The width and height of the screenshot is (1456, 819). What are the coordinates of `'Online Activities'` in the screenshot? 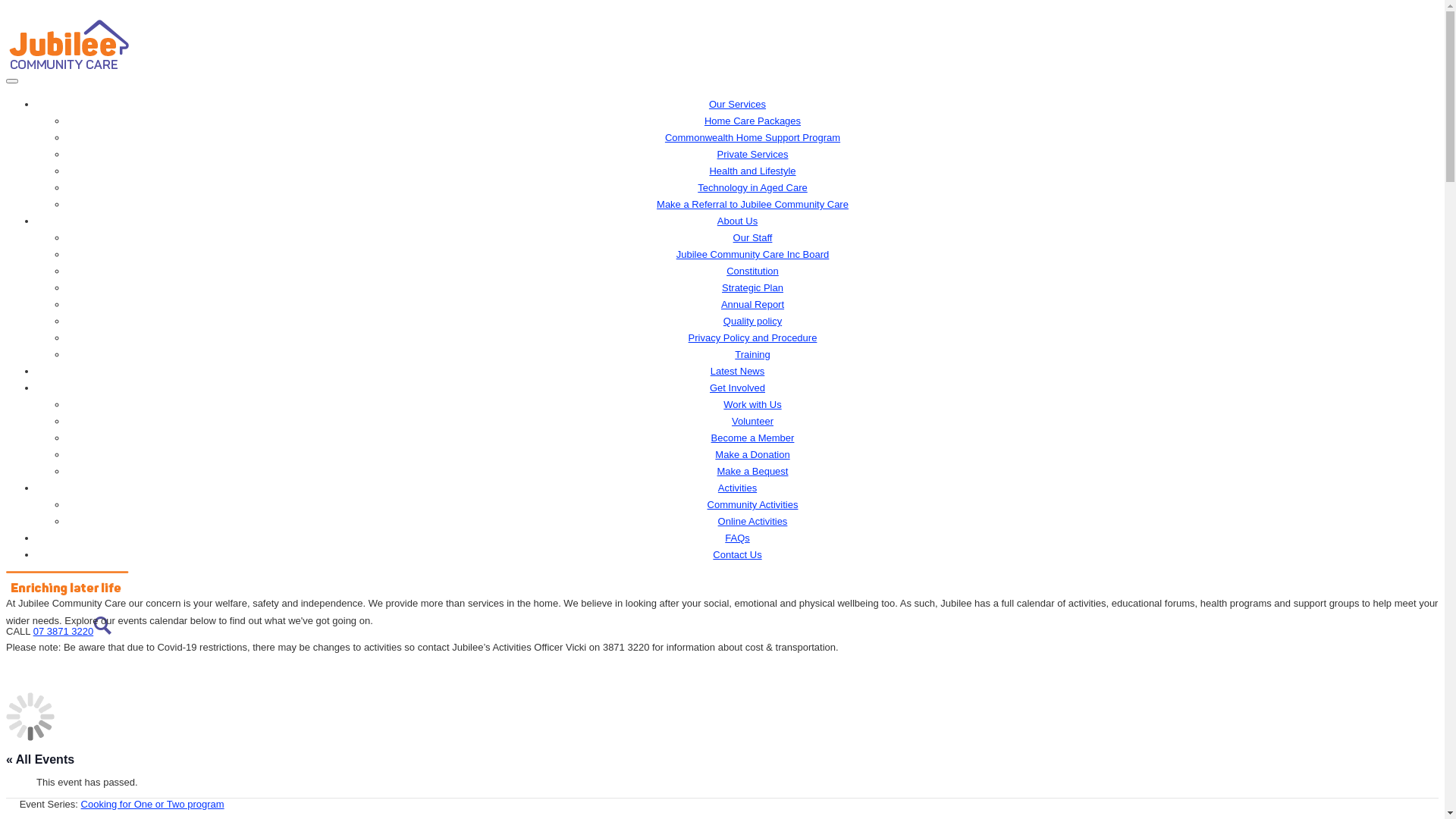 It's located at (753, 520).